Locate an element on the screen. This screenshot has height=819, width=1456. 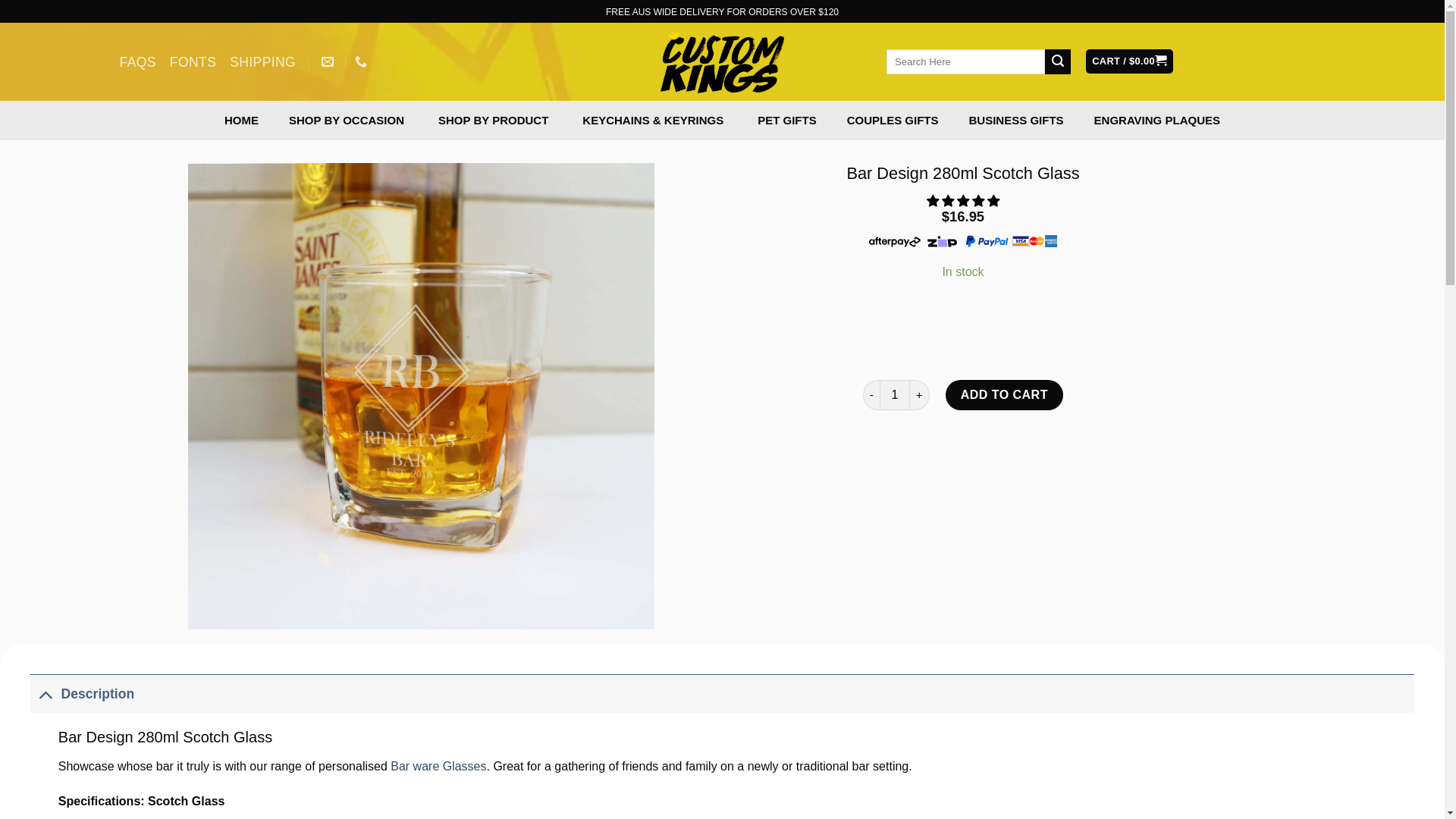
'PET GIFTS' is located at coordinates (786, 119).